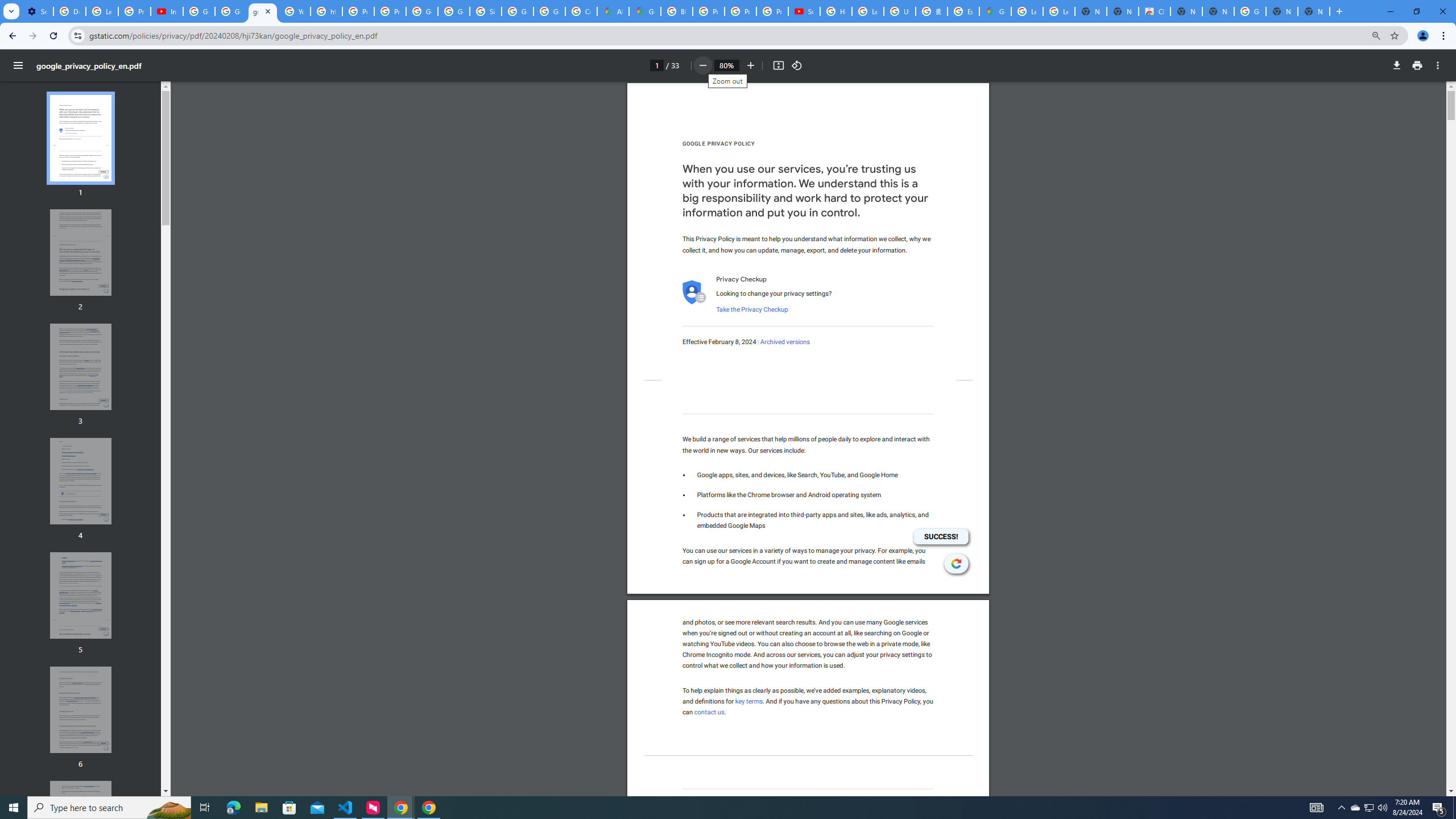 This screenshot has height=819, width=1456. I want to click on 'https://scholar.google.com/', so click(326, 11).